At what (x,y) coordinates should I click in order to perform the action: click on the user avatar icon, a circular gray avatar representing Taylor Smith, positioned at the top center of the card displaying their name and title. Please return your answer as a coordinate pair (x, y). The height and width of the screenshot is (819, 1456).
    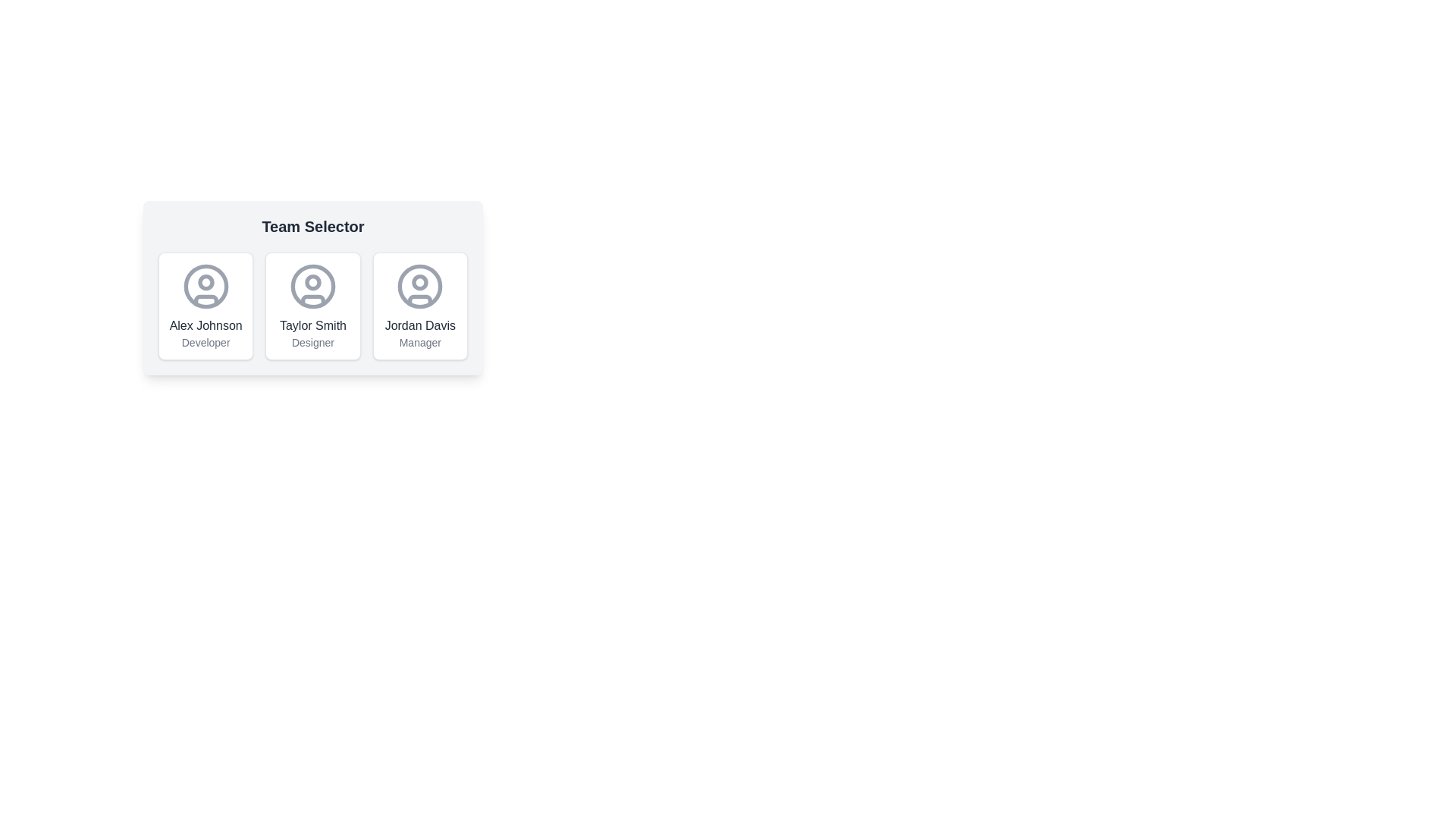
    Looking at the image, I should click on (312, 287).